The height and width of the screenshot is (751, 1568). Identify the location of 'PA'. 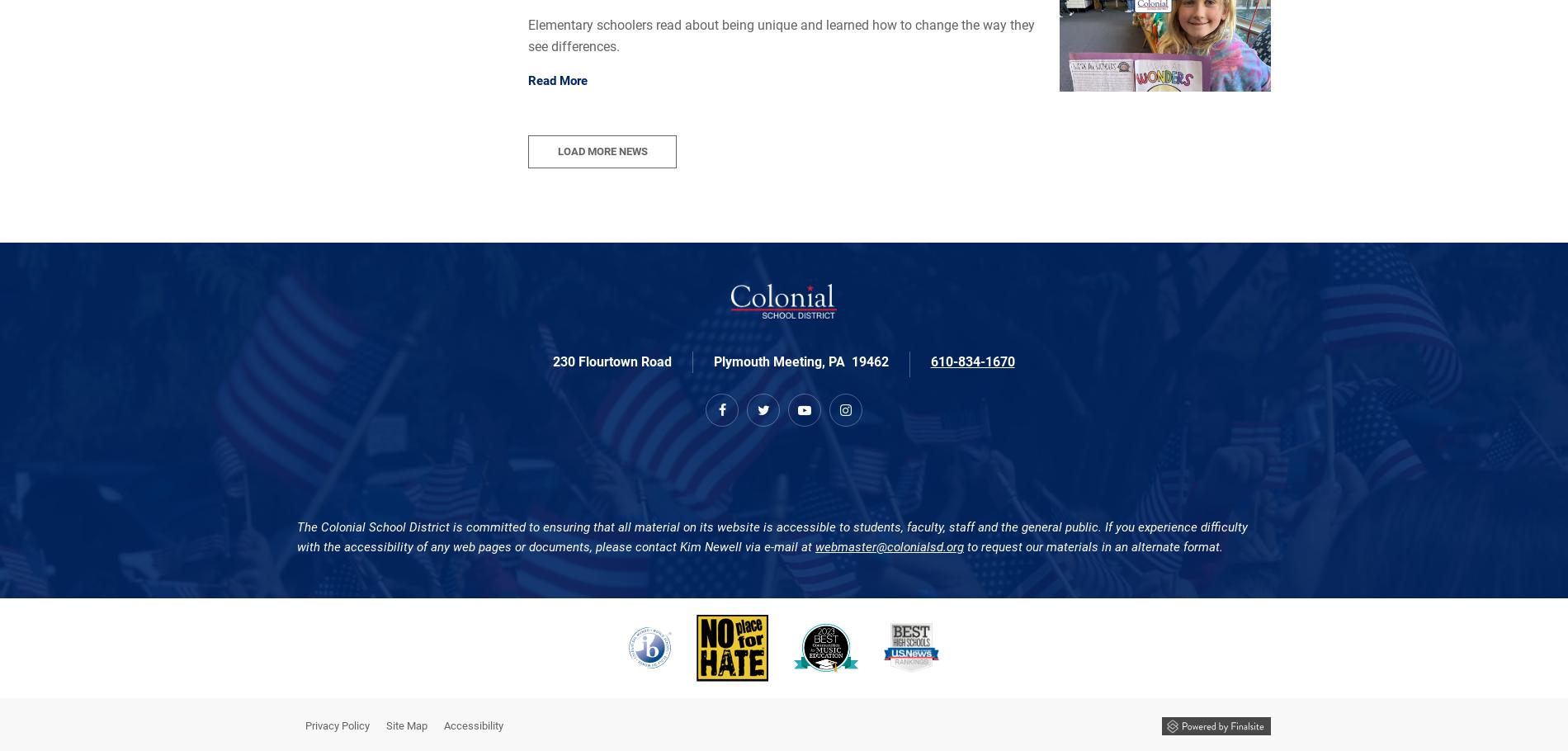
(828, 361).